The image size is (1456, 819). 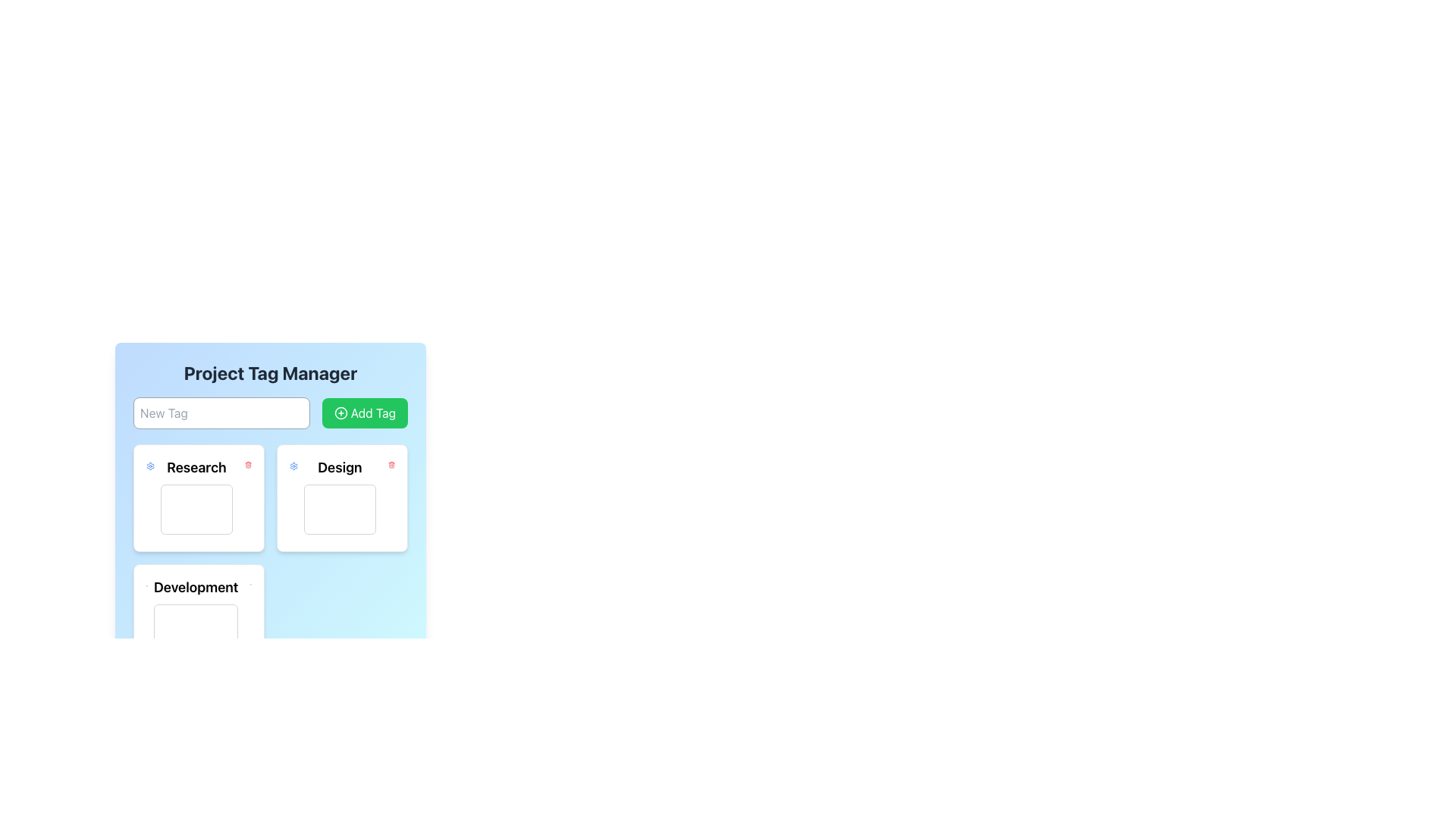 What do you see at coordinates (196, 467) in the screenshot?
I see `the 'Research' label which is a bold text label located in the top-left corner of the first card in the grid layout, positioned above a text input area` at bounding box center [196, 467].